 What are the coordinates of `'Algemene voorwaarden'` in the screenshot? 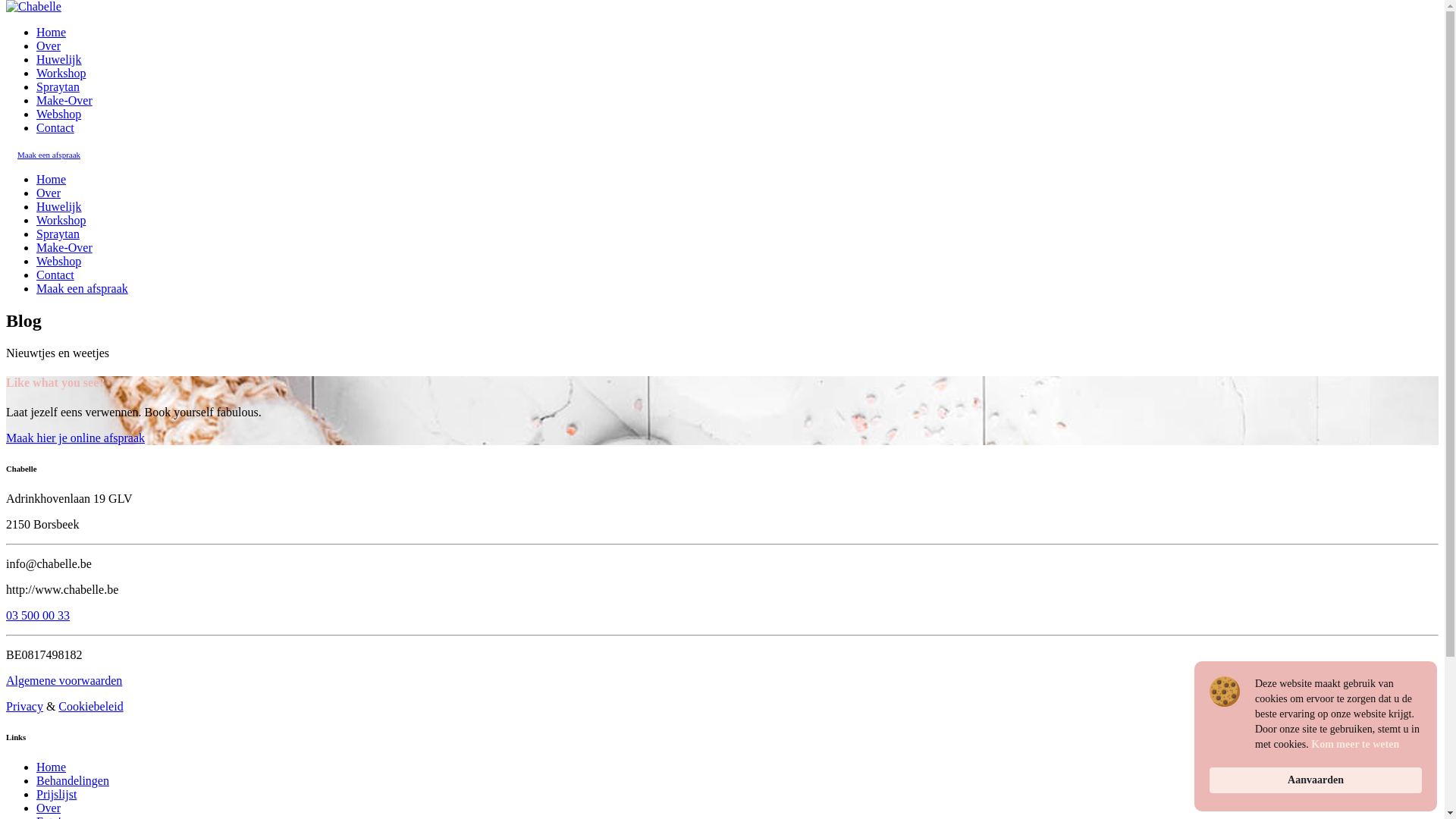 It's located at (63, 679).